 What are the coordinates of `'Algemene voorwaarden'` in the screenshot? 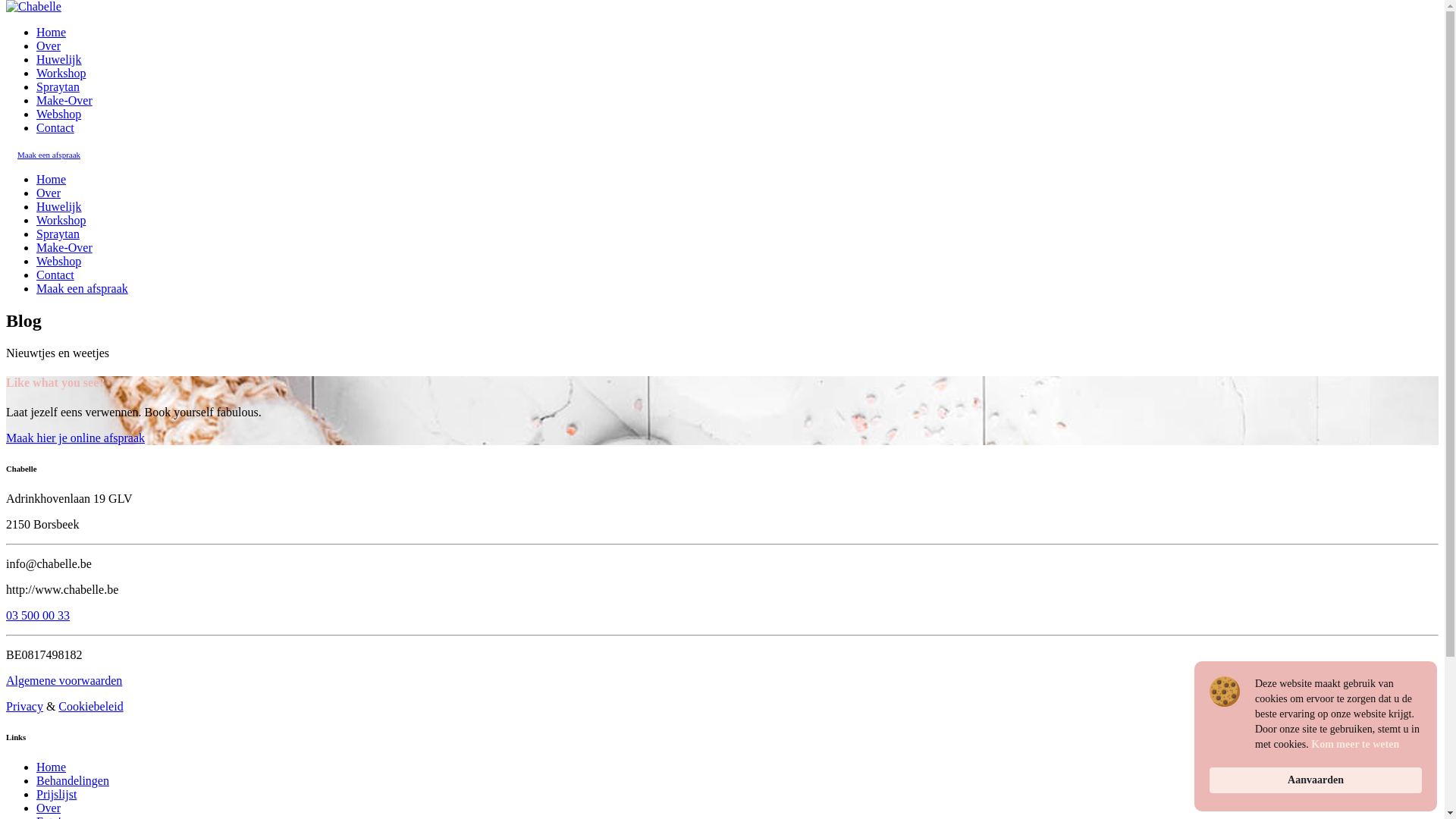 It's located at (63, 679).